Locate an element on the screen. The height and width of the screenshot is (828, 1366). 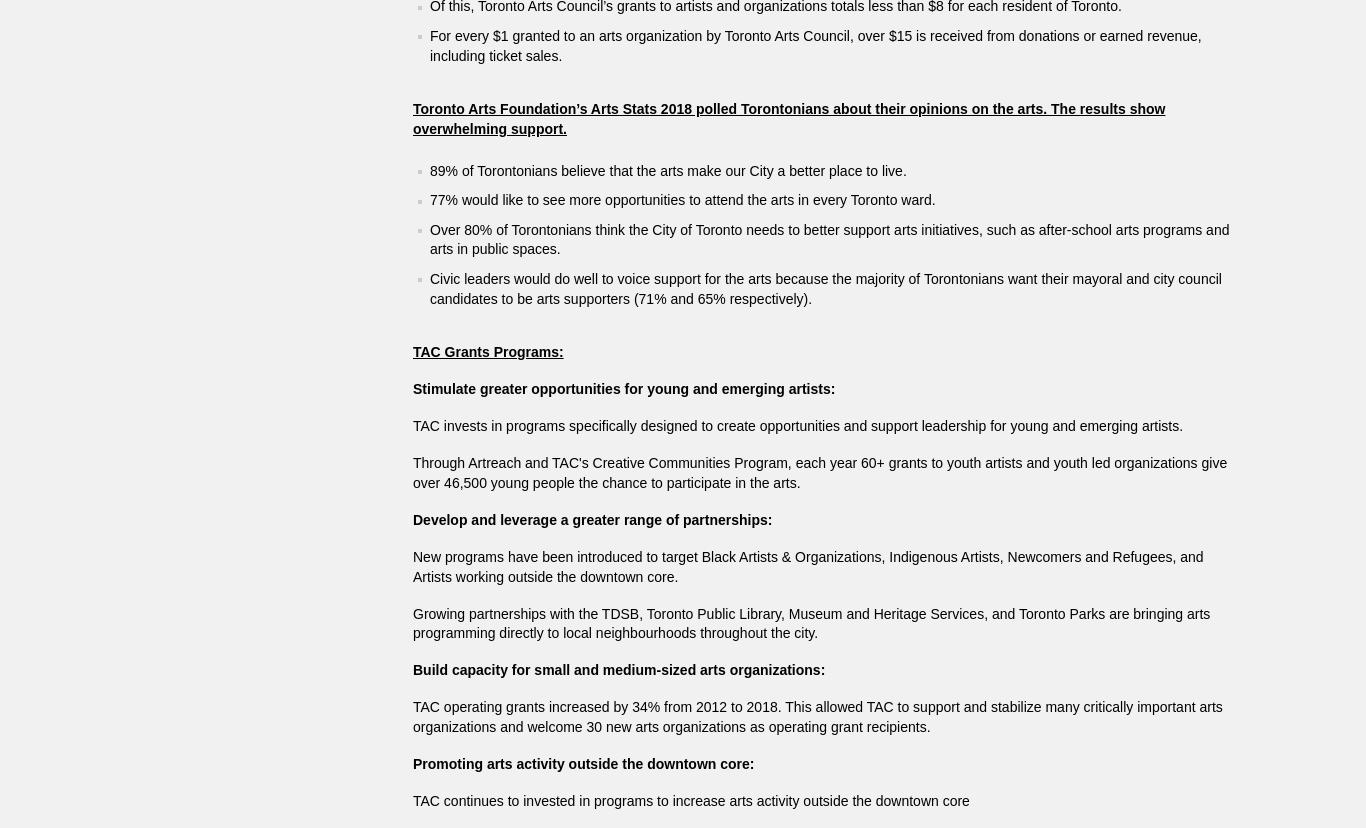
'TAC operating grants increased by 34% from 2012 to 2018. This allowed TAC to support and stabilize many critically important arts organizations and welcome 30 new arts organizations as operating grant recipients.' is located at coordinates (816, 716).